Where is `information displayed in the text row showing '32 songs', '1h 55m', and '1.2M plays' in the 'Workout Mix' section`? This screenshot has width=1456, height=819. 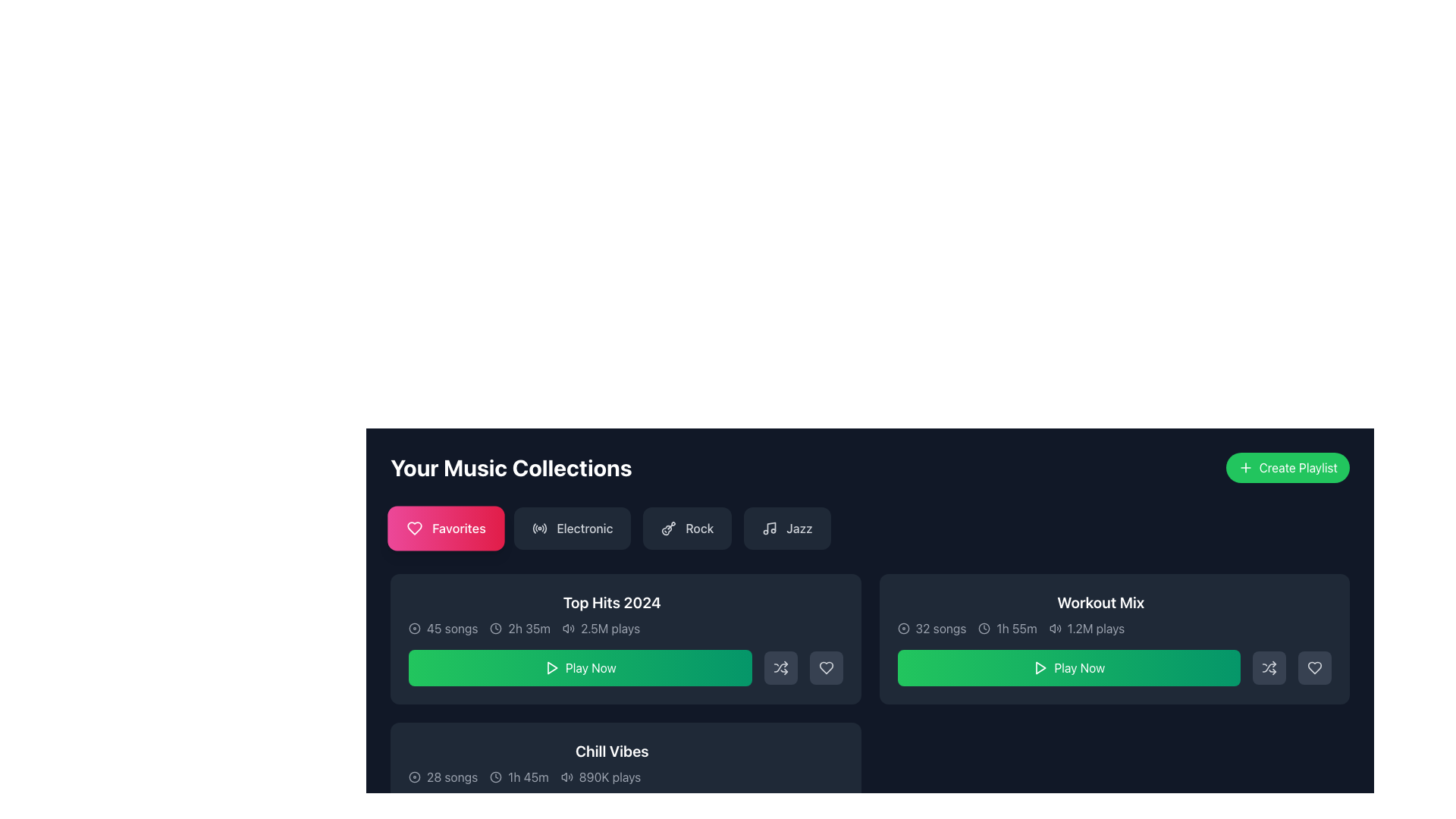
information displayed in the text row showing '32 songs', '1h 55m', and '1.2M plays' in the 'Workout Mix' section is located at coordinates (1100, 629).